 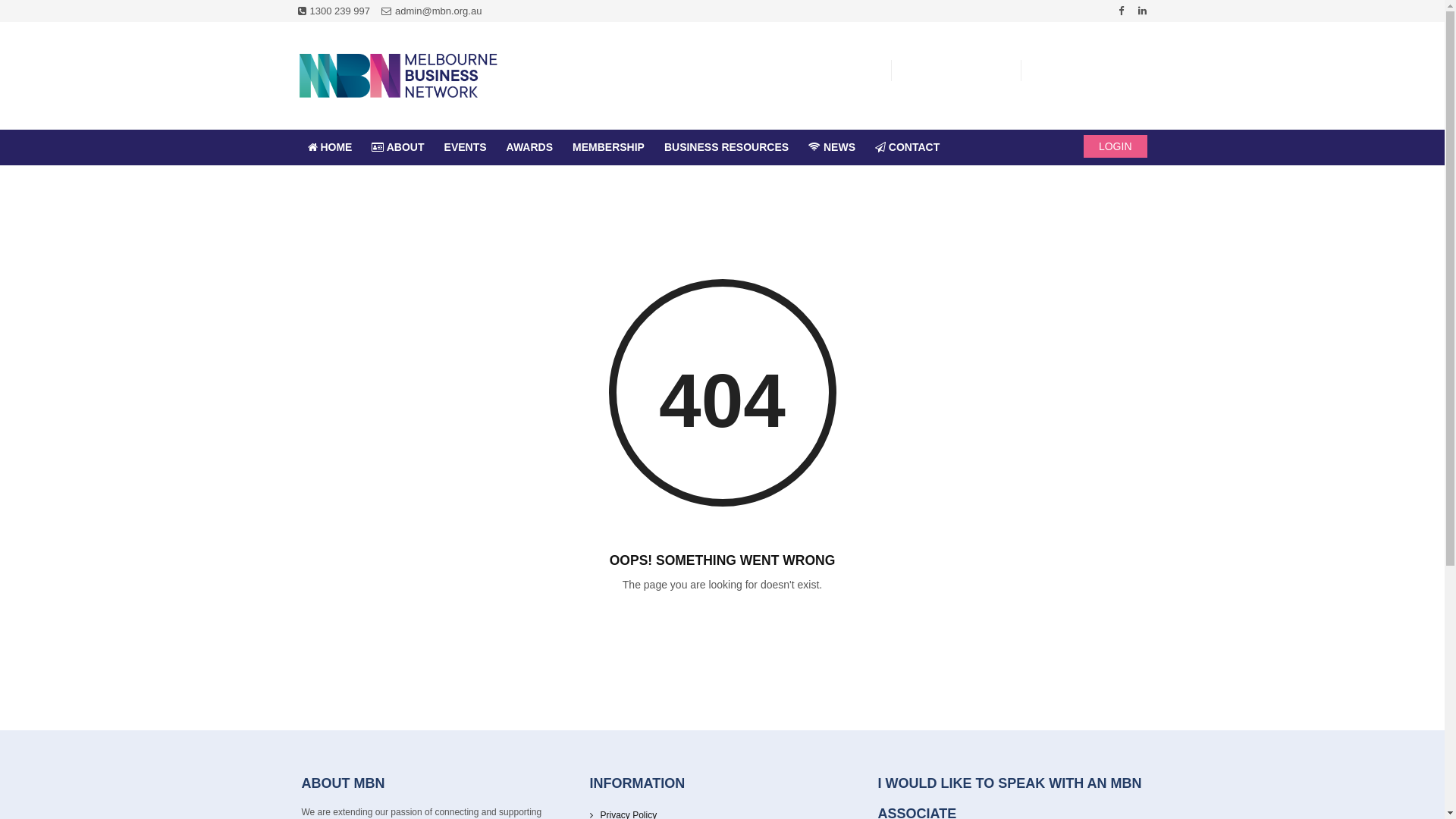 What do you see at coordinates (1121, 11) in the screenshot?
I see `'Facebook'` at bounding box center [1121, 11].